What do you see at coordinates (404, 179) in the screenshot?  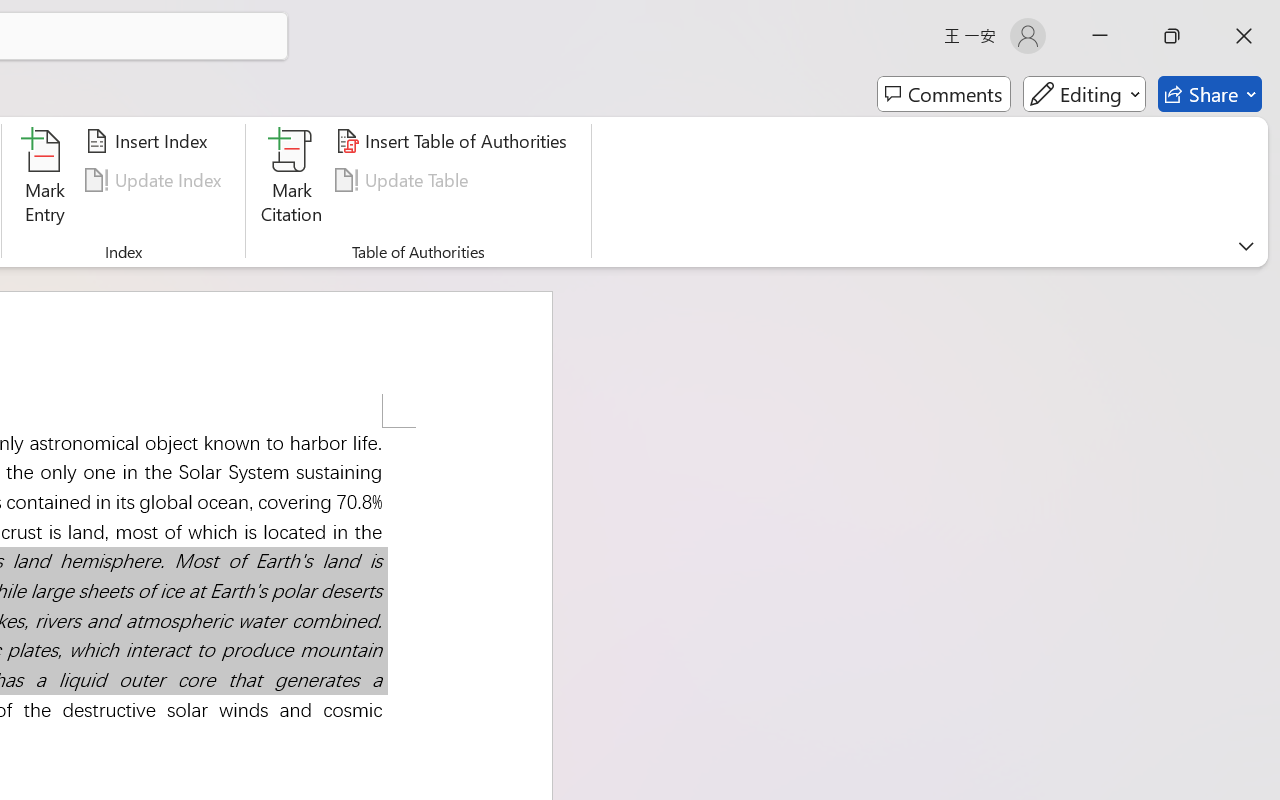 I see `'Update Table'` at bounding box center [404, 179].